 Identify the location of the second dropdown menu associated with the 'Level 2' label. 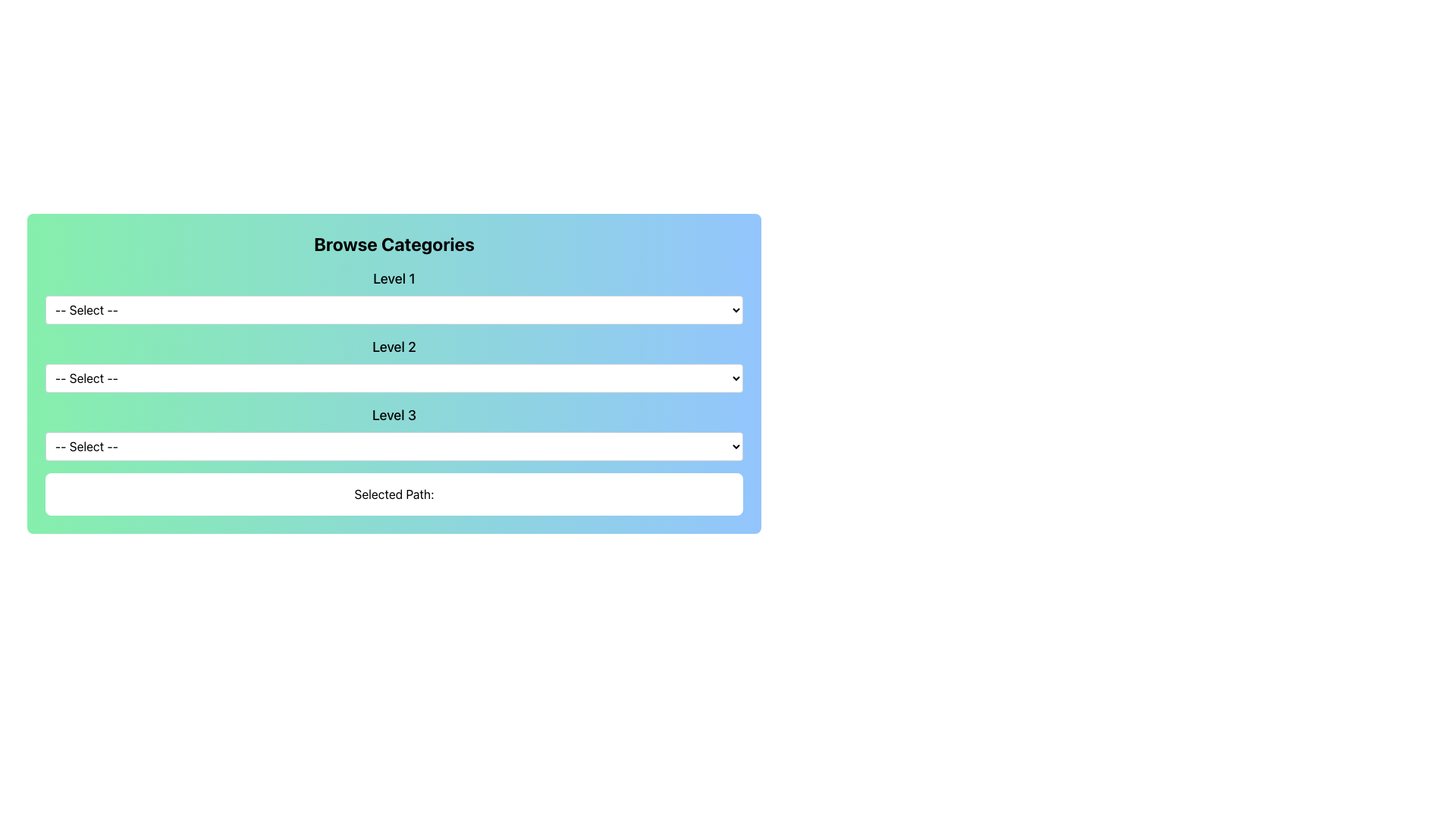
(394, 365).